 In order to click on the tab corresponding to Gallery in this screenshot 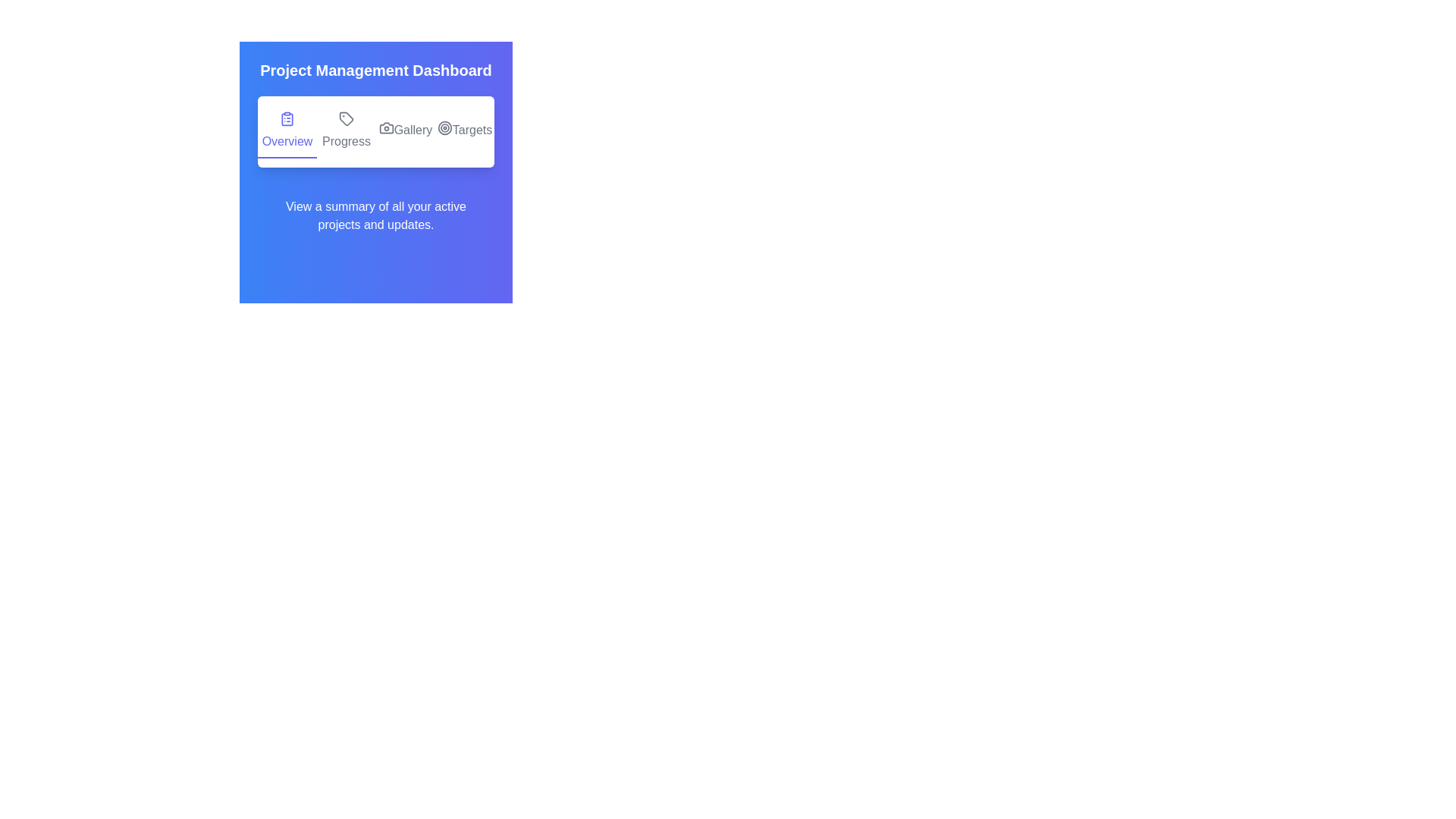, I will do `click(405, 130)`.